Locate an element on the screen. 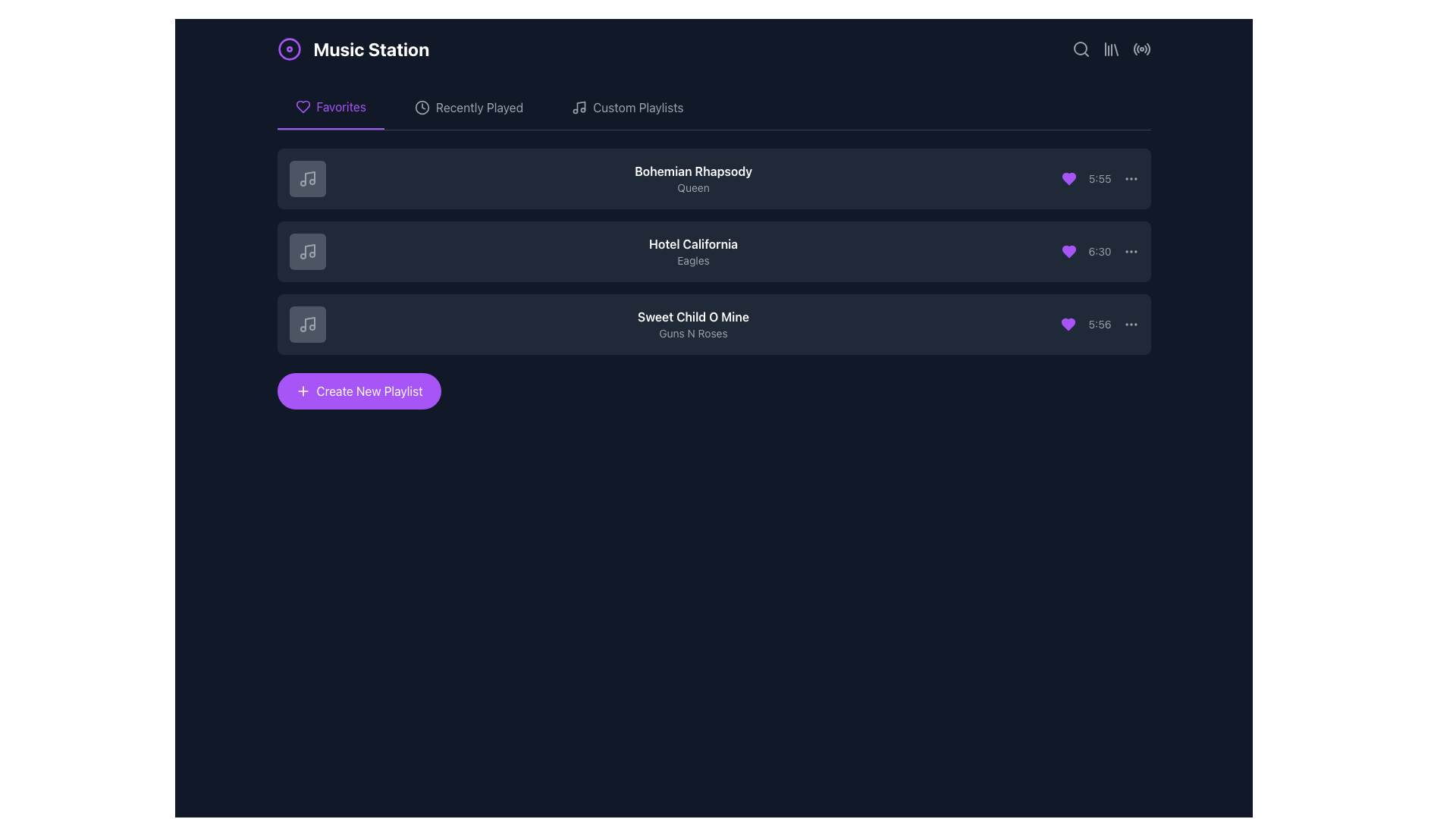 Image resolution: width=1456 pixels, height=819 pixels. the small gray musical note icon located in the second playlist entry box of the music application interface is located at coordinates (306, 250).